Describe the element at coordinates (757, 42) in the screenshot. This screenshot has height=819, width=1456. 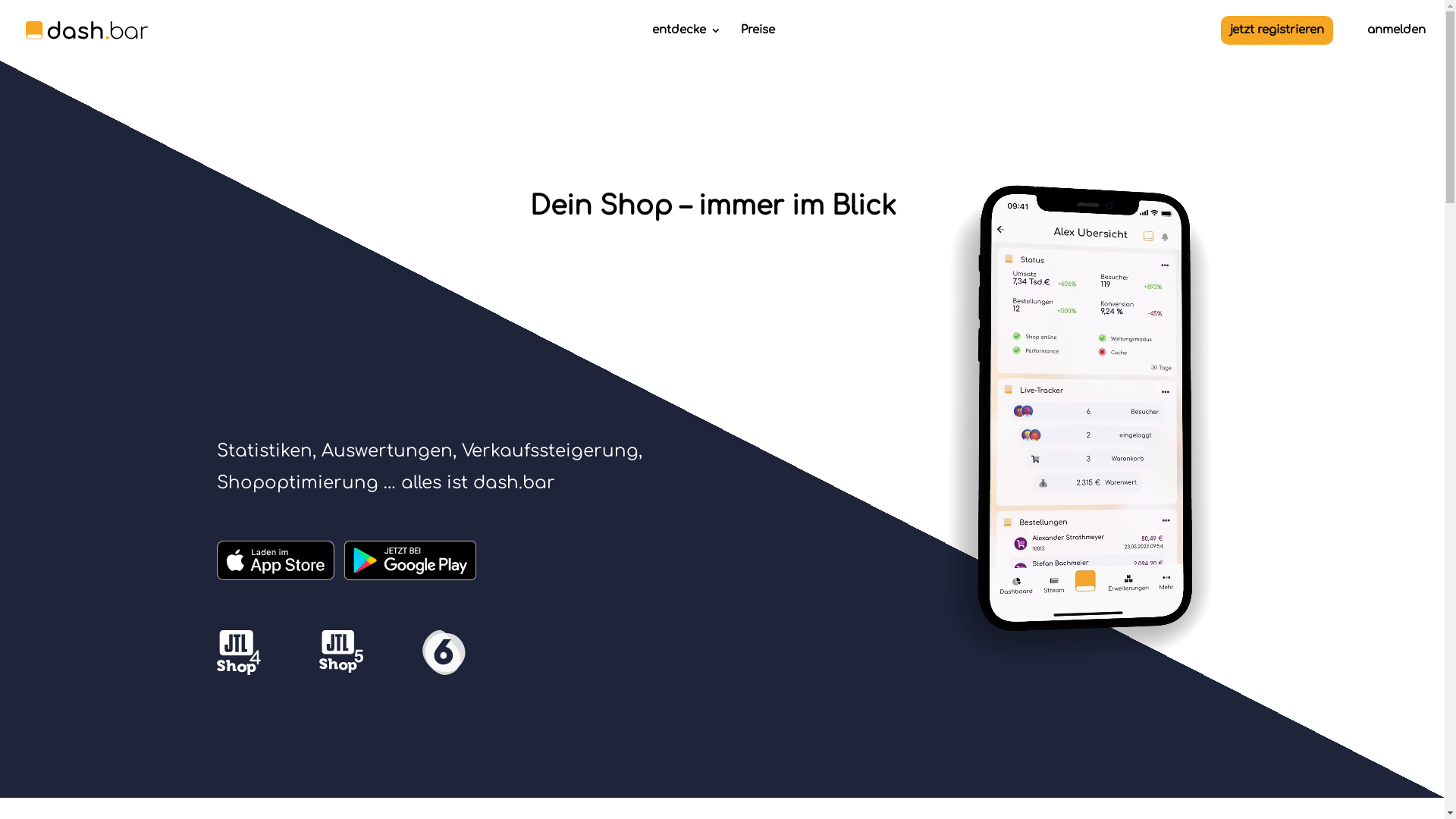
I see `'Preise'` at that location.